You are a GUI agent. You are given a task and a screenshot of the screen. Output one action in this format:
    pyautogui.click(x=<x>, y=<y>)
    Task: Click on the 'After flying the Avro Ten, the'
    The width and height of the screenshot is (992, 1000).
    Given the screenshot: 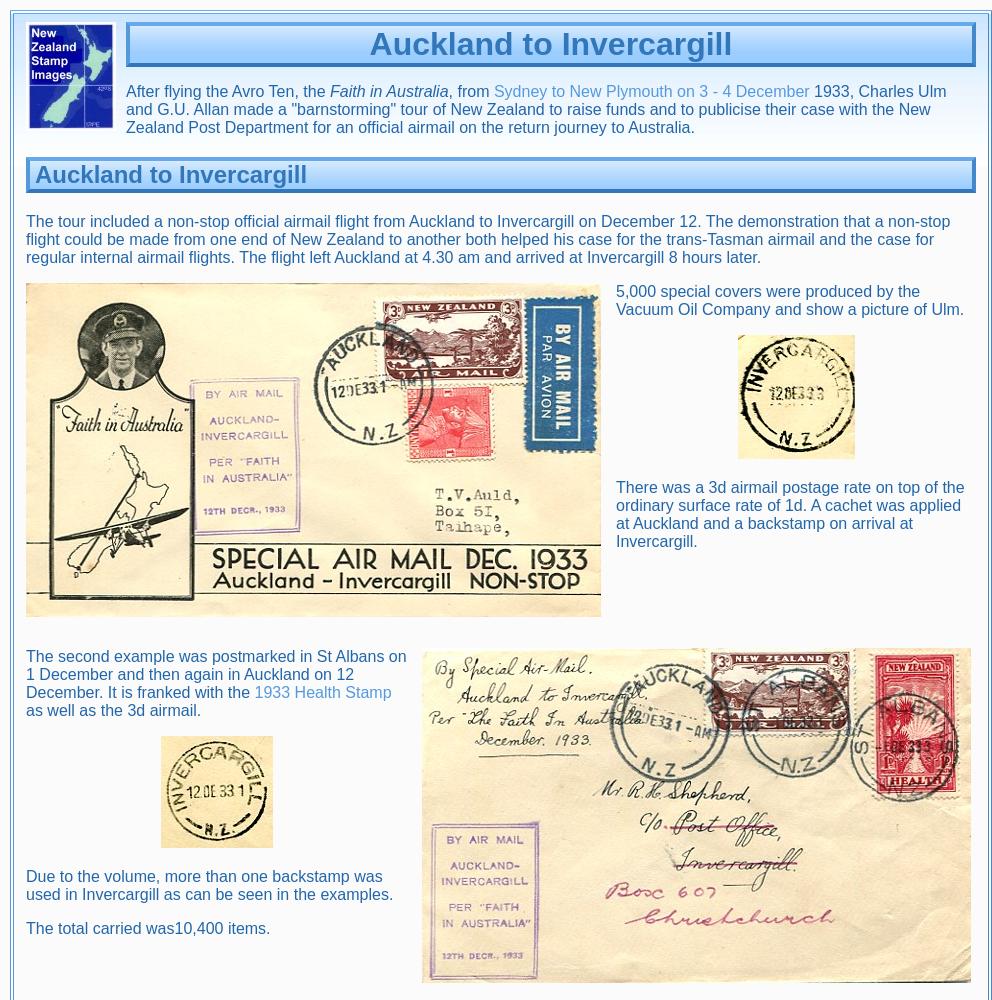 What is the action you would take?
    pyautogui.click(x=227, y=90)
    